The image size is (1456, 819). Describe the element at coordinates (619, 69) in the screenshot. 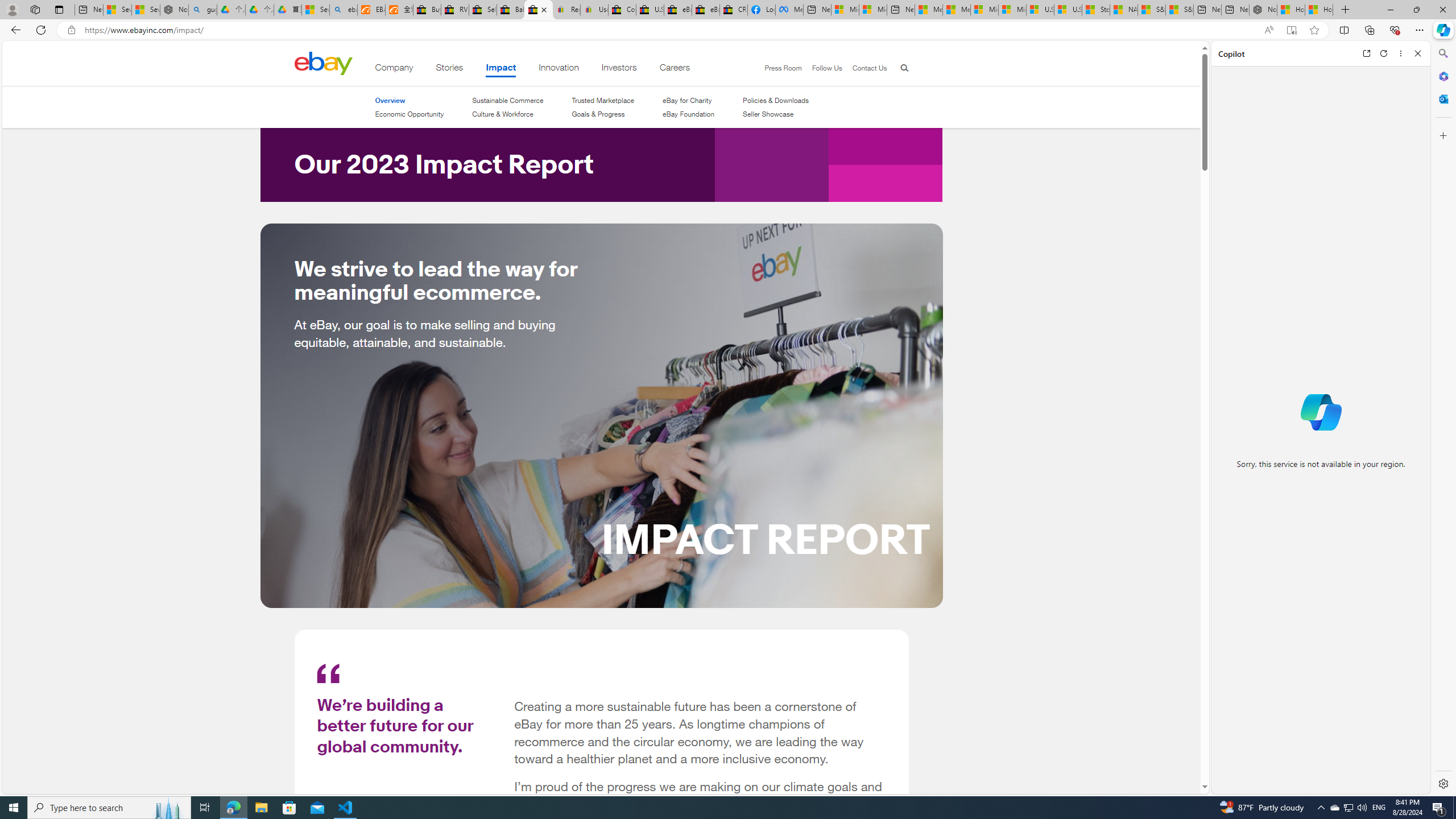

I see `'Investors'` at that location.